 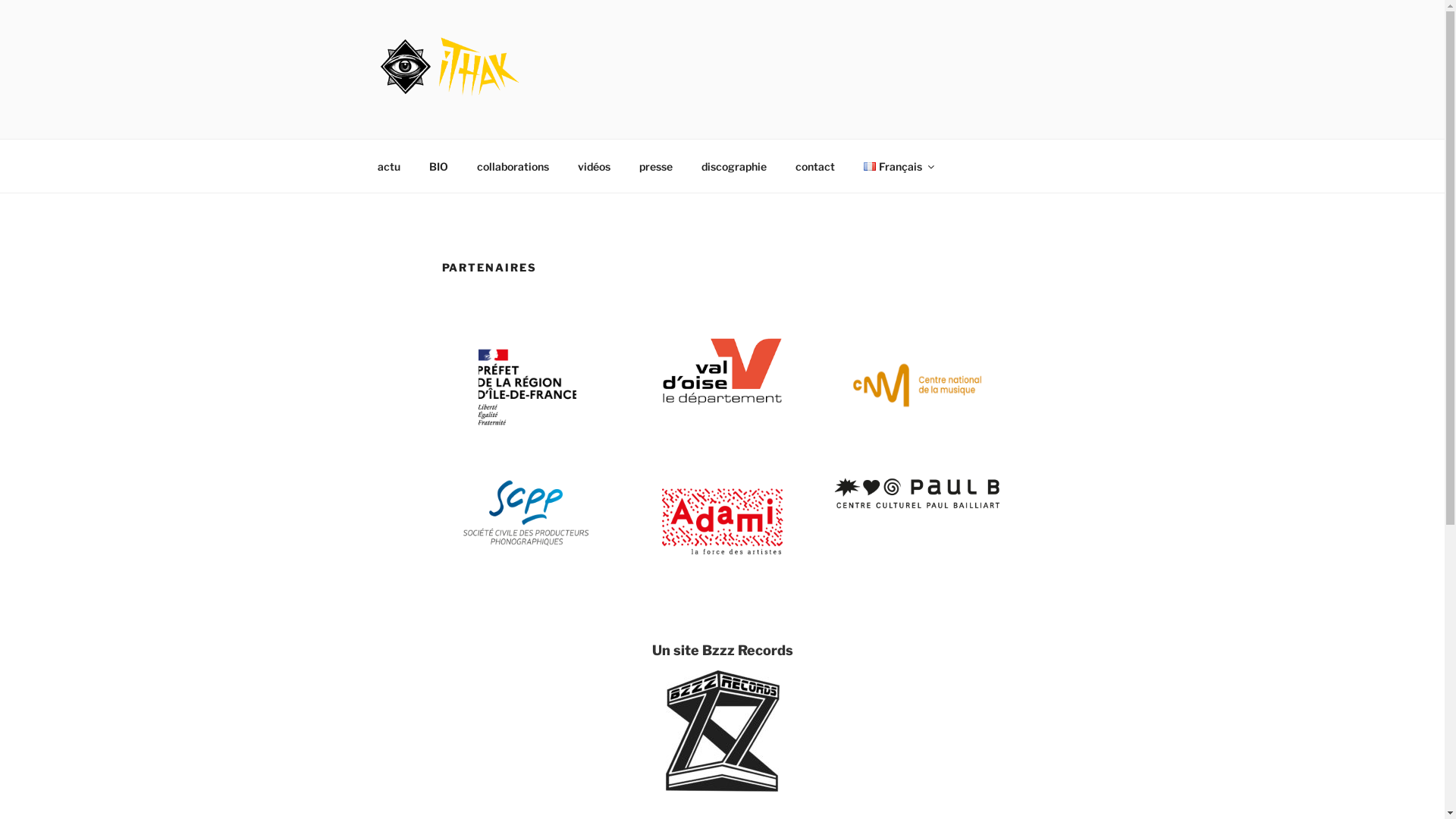 I want to click on 'discographie', so click(x=734, y=165).